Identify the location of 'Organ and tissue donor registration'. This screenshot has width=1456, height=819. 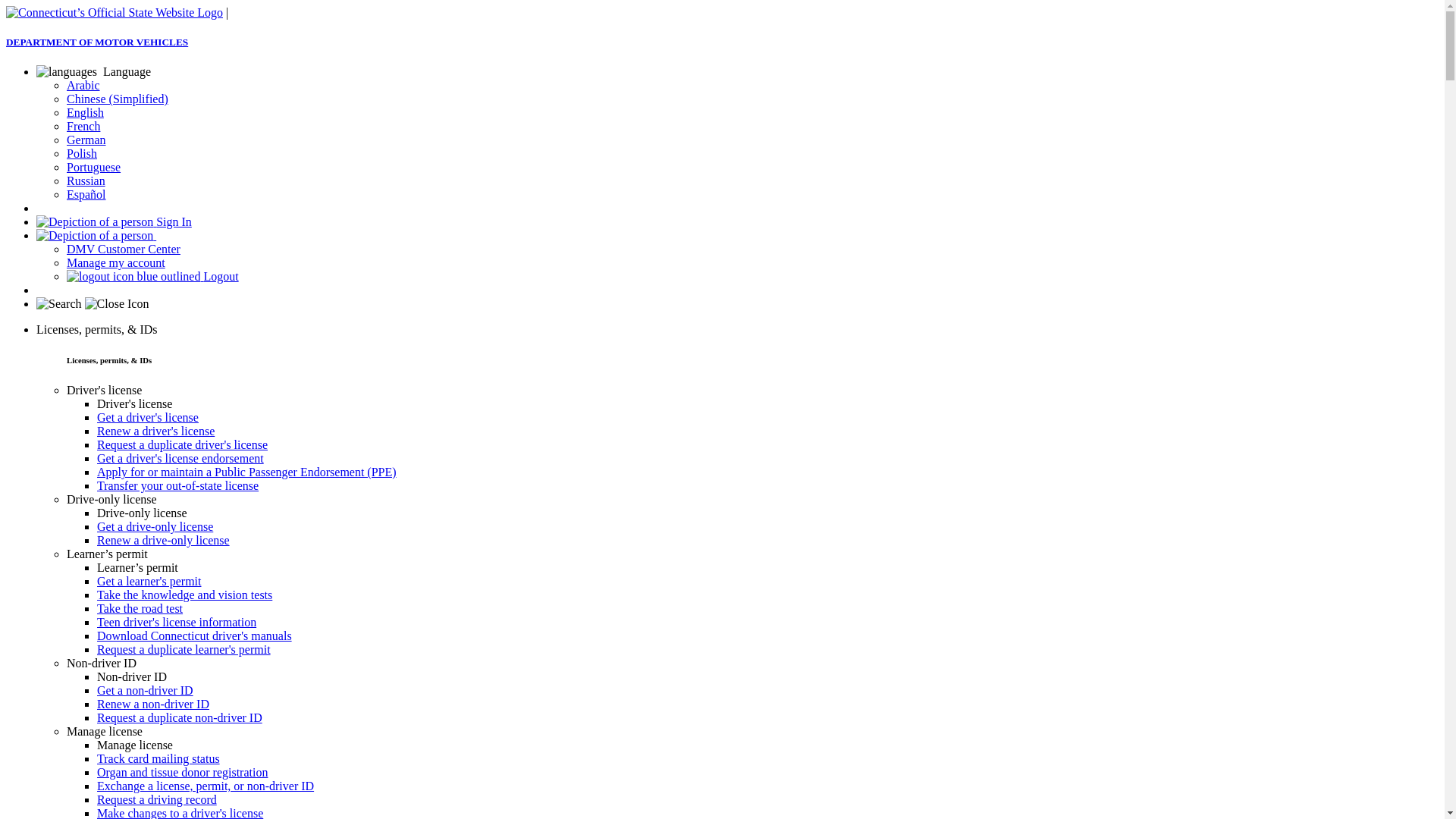
(182, 772).